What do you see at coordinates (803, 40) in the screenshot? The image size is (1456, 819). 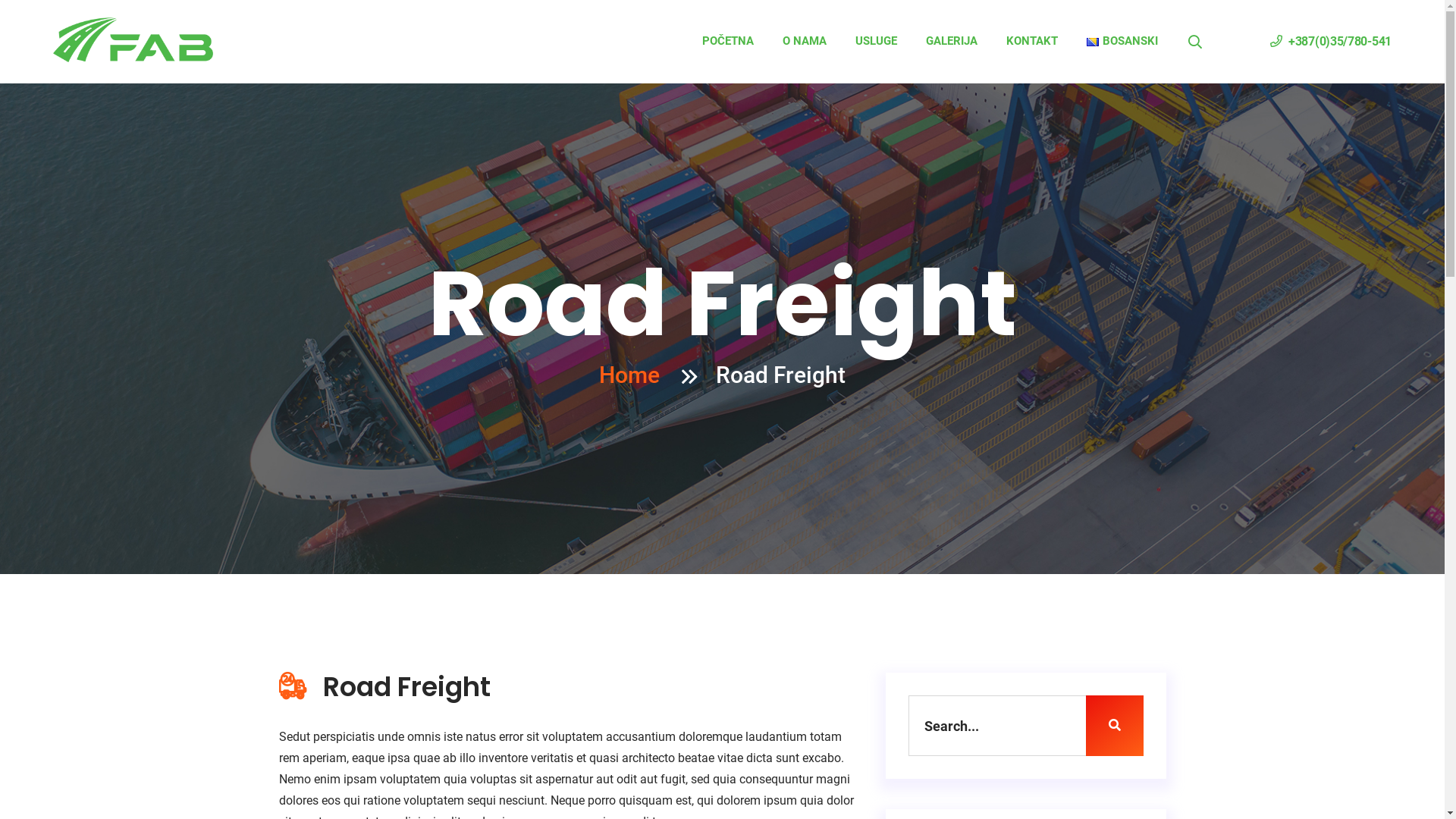 I see `'O NAMA'` at bounding box center [803, 40].